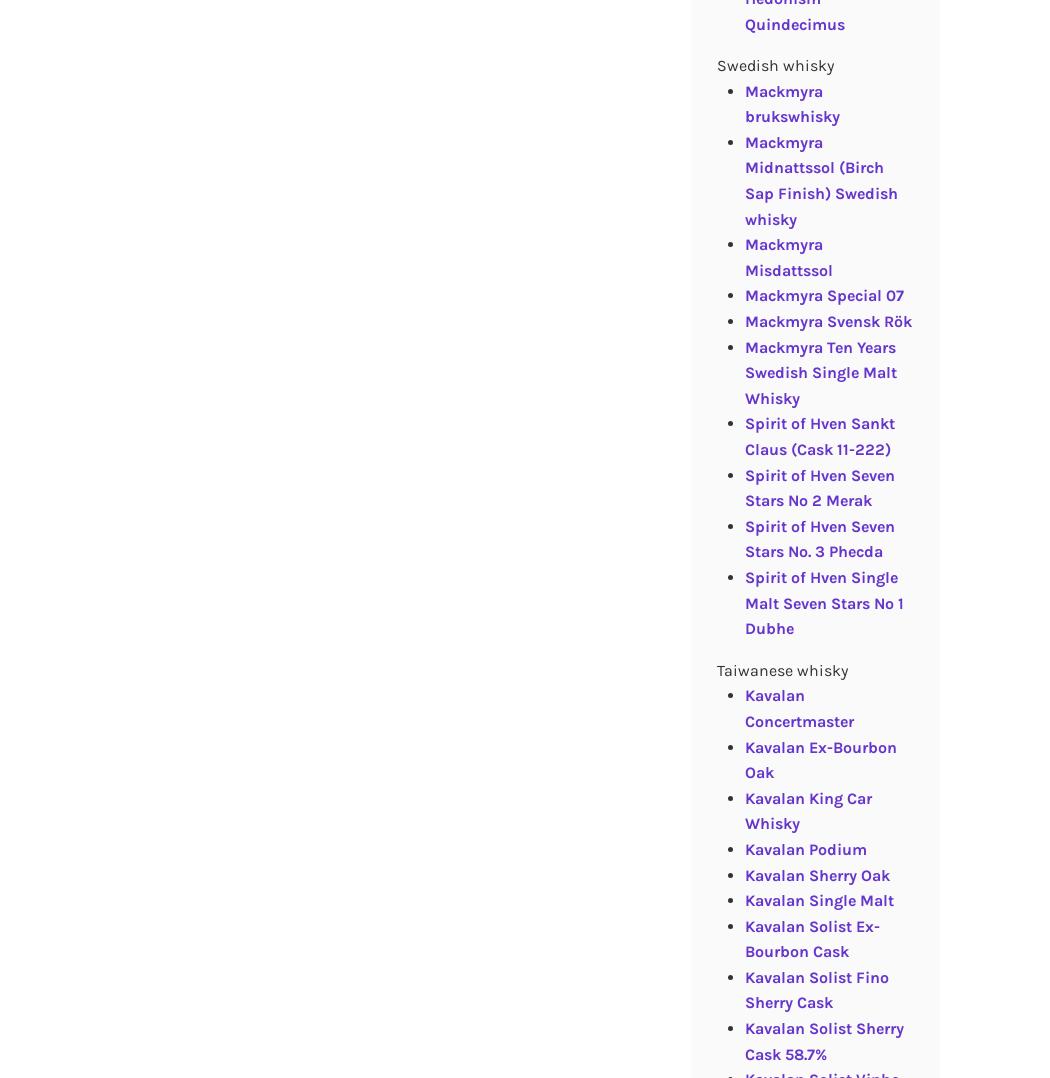  I want to click on 'Mackmyra Ten Years Swedish Single Malt Whisky', so click(819, 372).